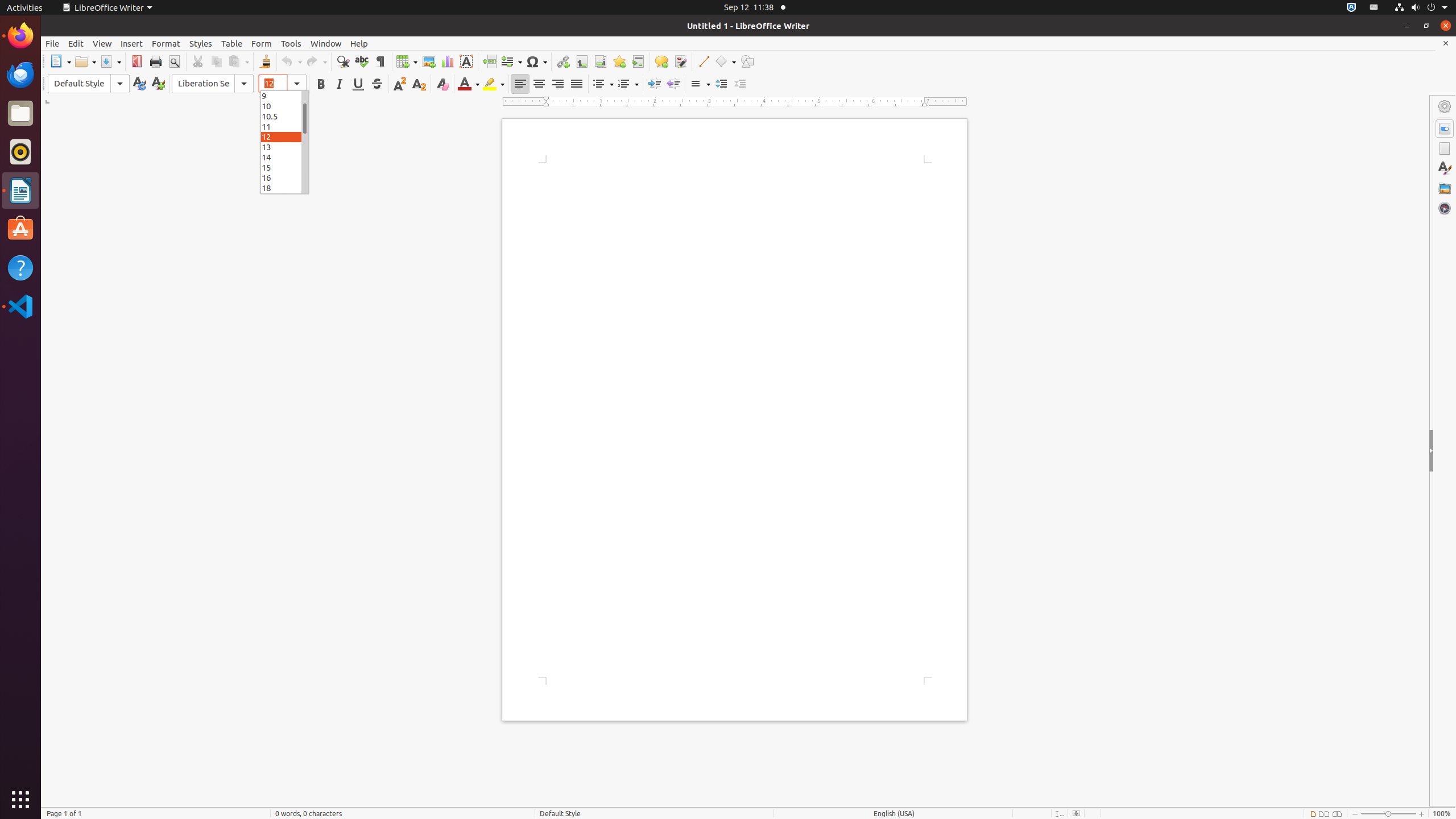 This screenshot has width=1456, height=819. What do you see at coordinates (20, 305) in the screenshot?
I see `'Visual Studio Code'` at bounding box center [20, 305].